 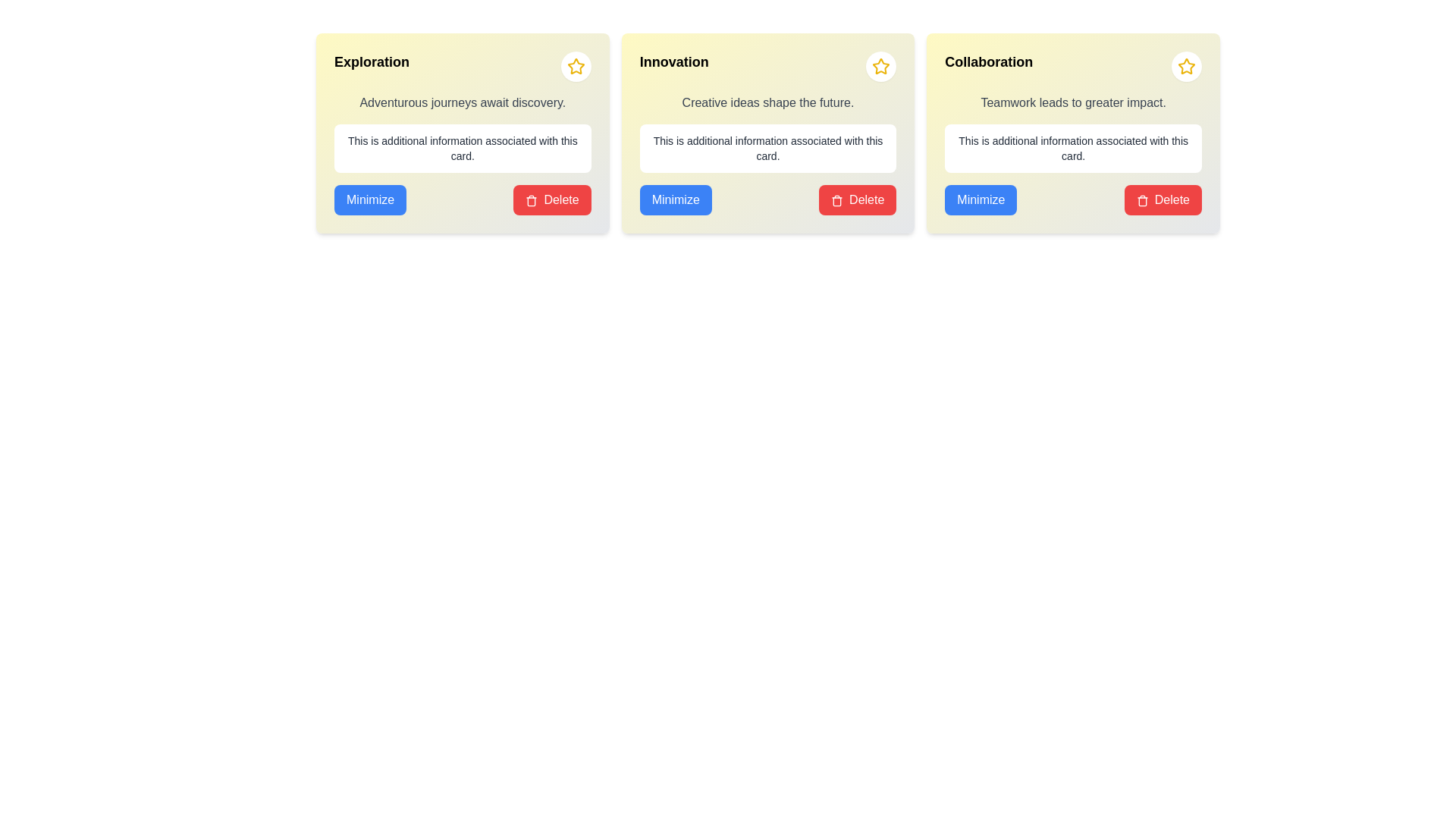 What do you see at coordinates (1185, 66) in the screenshot?
I see `the circular button with a white background and a yellow star icon, located at the top-right corner of the 'Collaboration' card` at bounding box center [1185, 66].